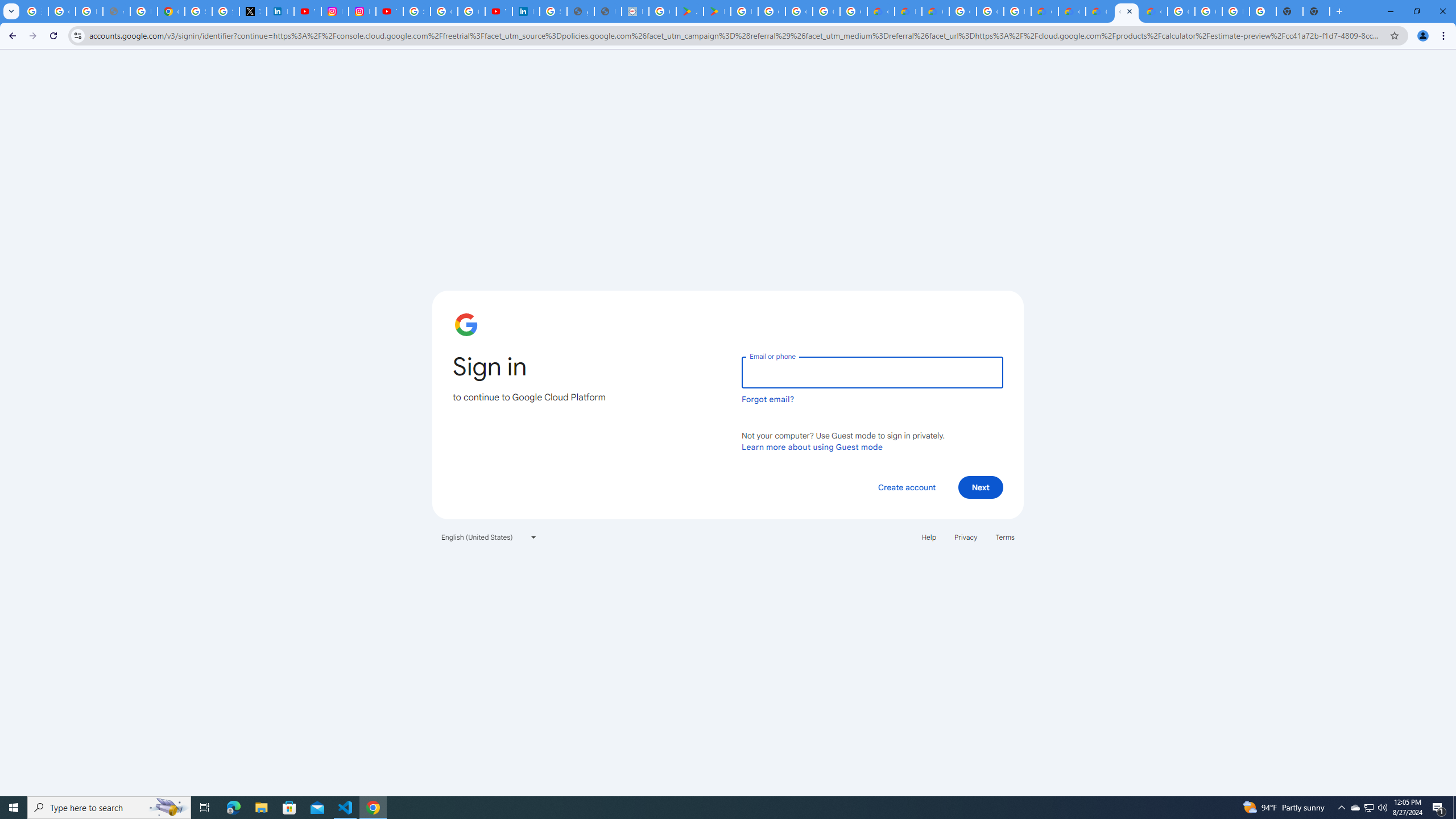  What do you see at coordinates (307, 11) in the screenshot?
I see `'YouTube Content Monetization Policies - How YouTube Works'` at bounding box center [307, 11].